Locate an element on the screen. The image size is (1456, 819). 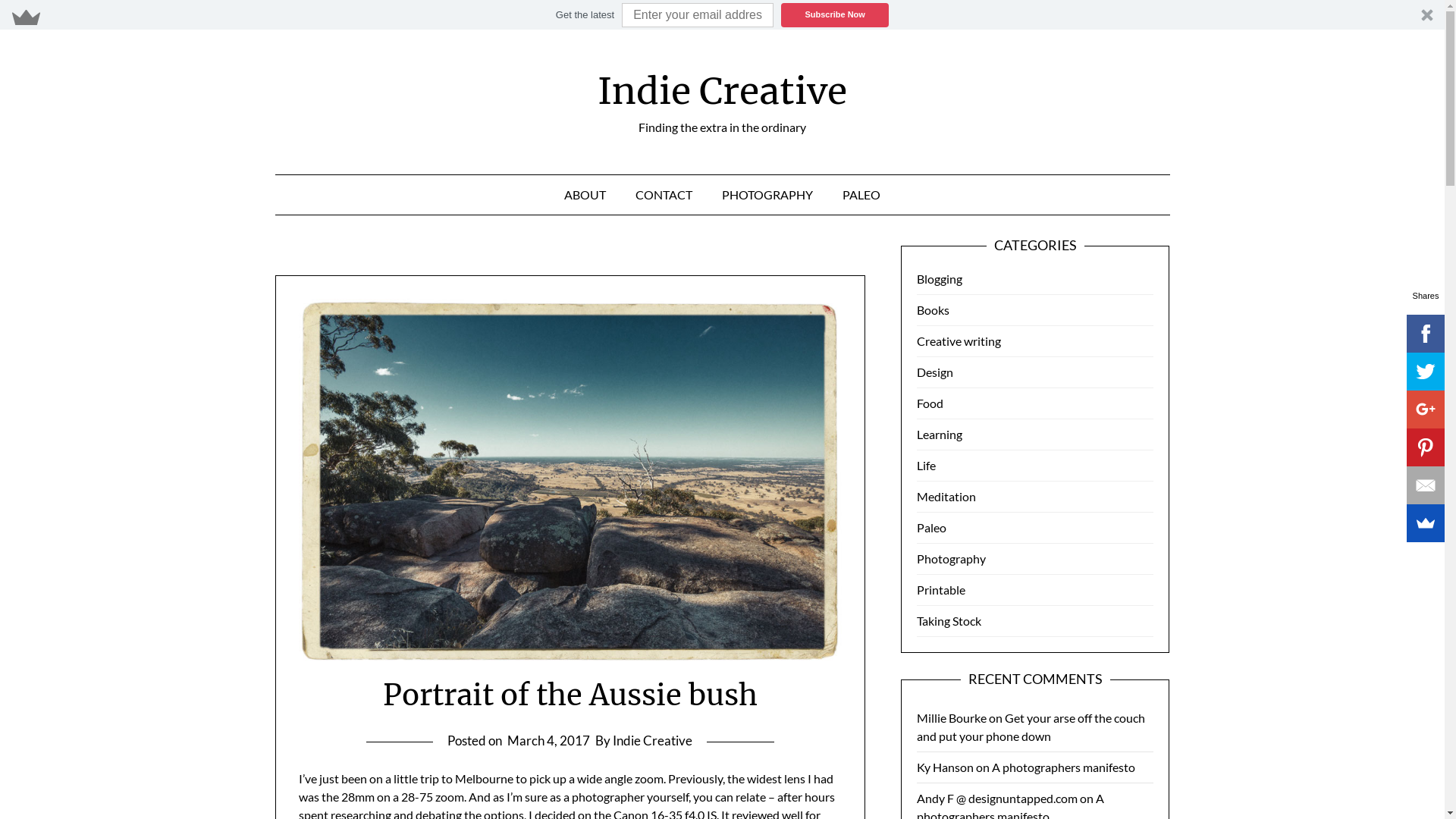
'Email' is located at coordinates (1405, 485).